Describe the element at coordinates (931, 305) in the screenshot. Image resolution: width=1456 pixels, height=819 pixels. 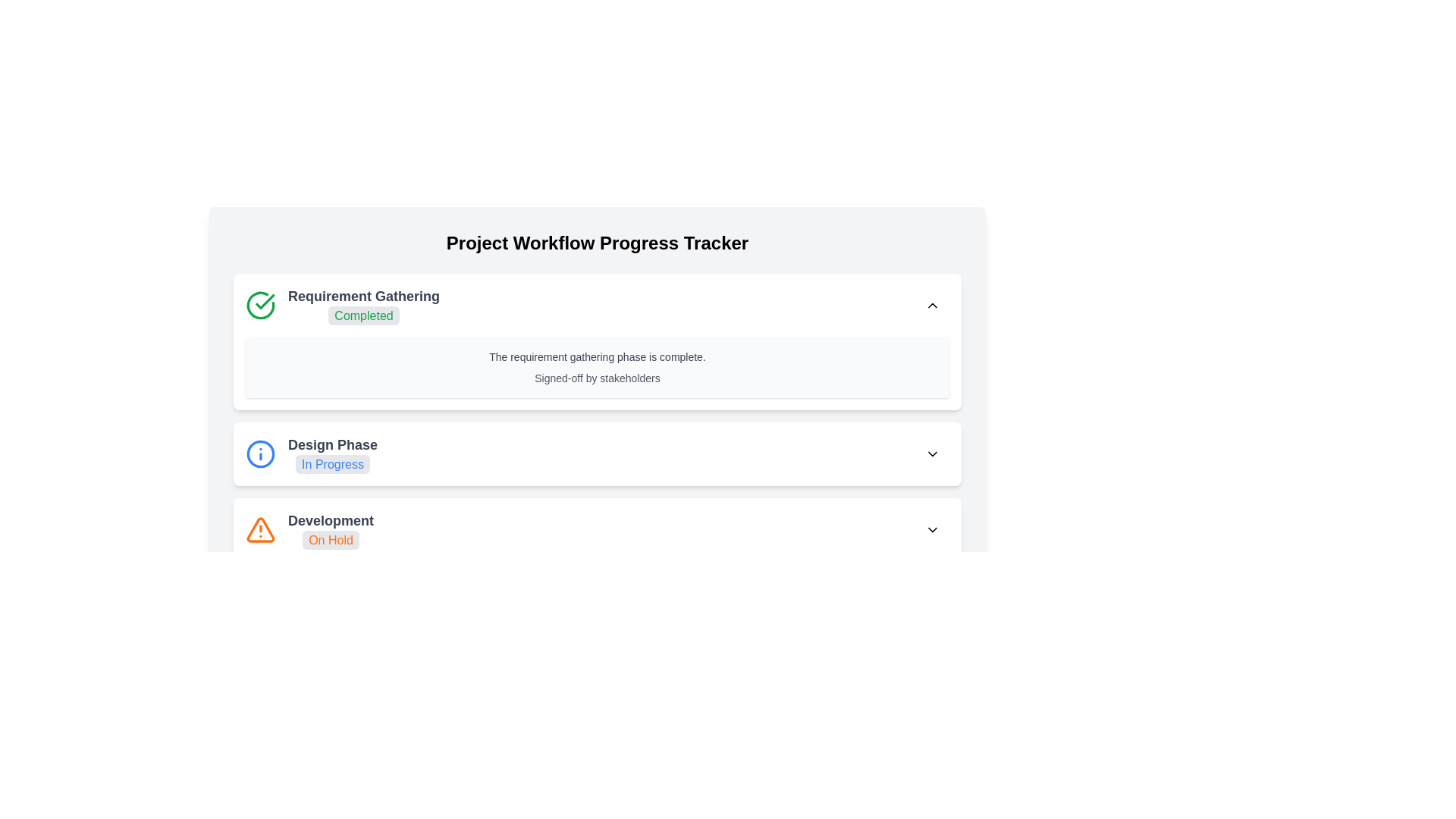
I see `the interactive toggle button with a chevron arrow pointing upwards, located at the far right end of the 'Requirement Gathering' section header` at that location.